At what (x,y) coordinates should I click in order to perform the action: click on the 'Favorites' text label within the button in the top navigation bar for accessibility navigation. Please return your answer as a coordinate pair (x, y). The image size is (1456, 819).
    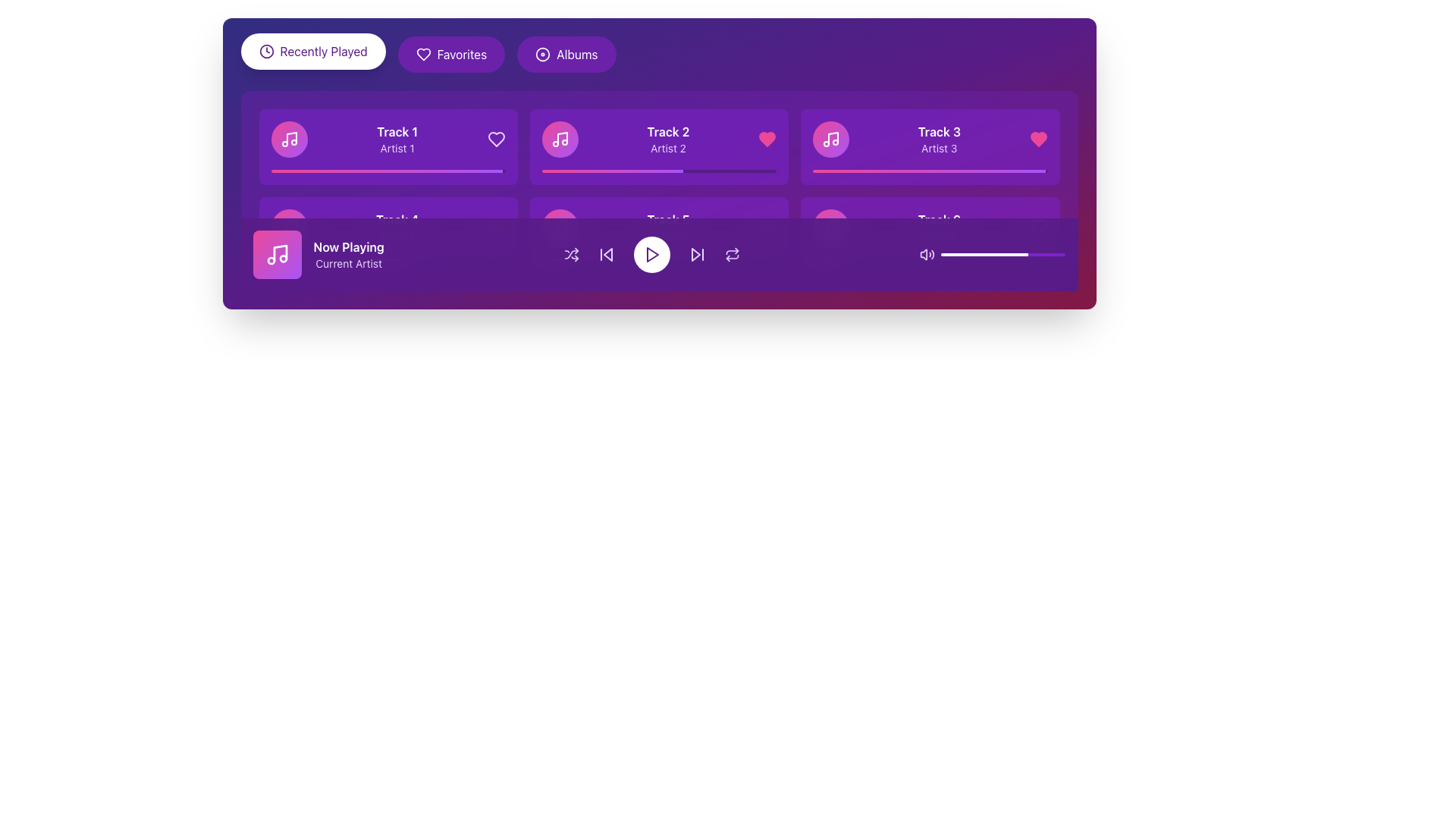
    Looking at the image, I should click on (461, 54).